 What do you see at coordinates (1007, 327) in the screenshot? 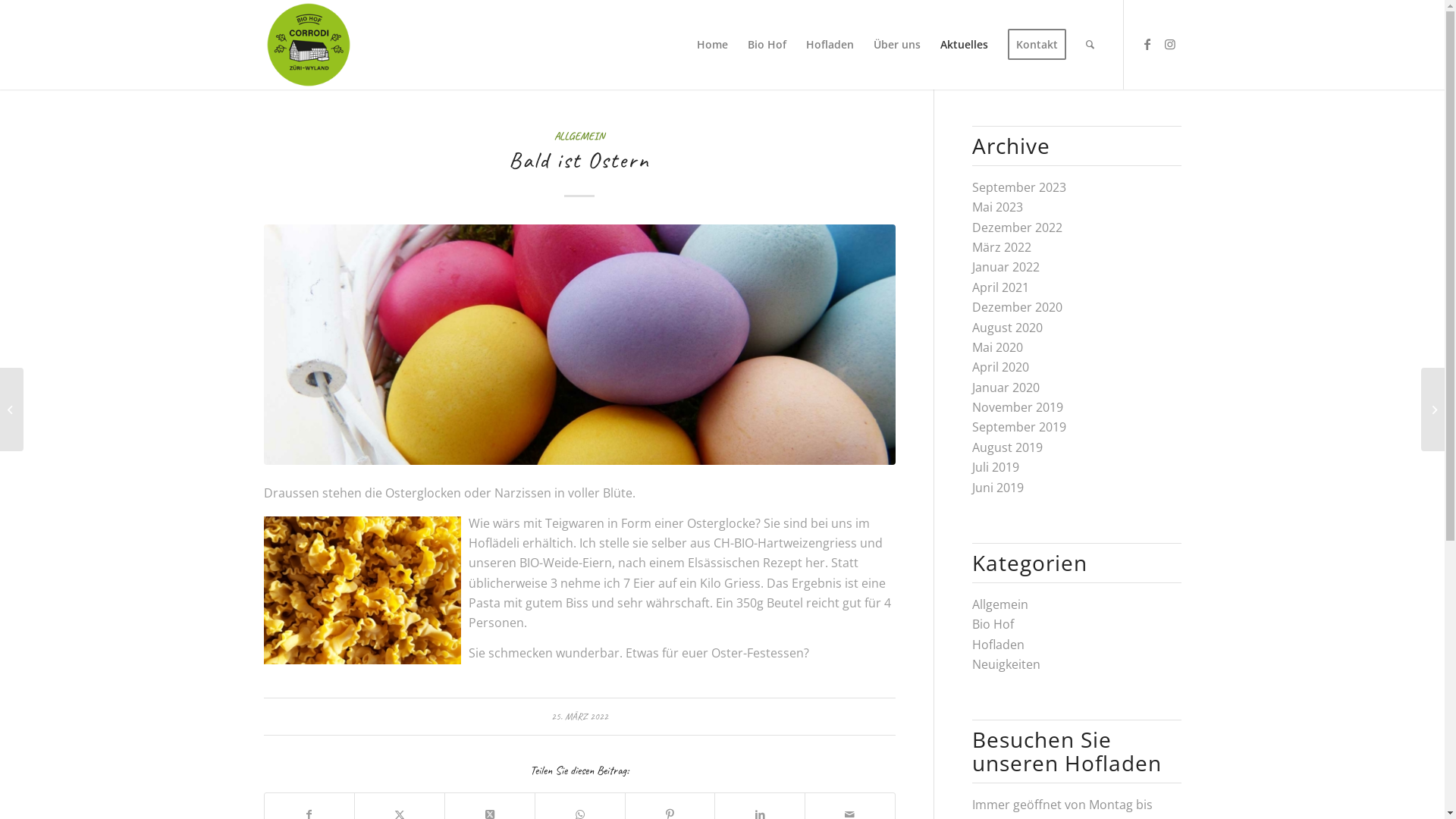
I see `'August 2020'` at bounding box center [1007, 327].